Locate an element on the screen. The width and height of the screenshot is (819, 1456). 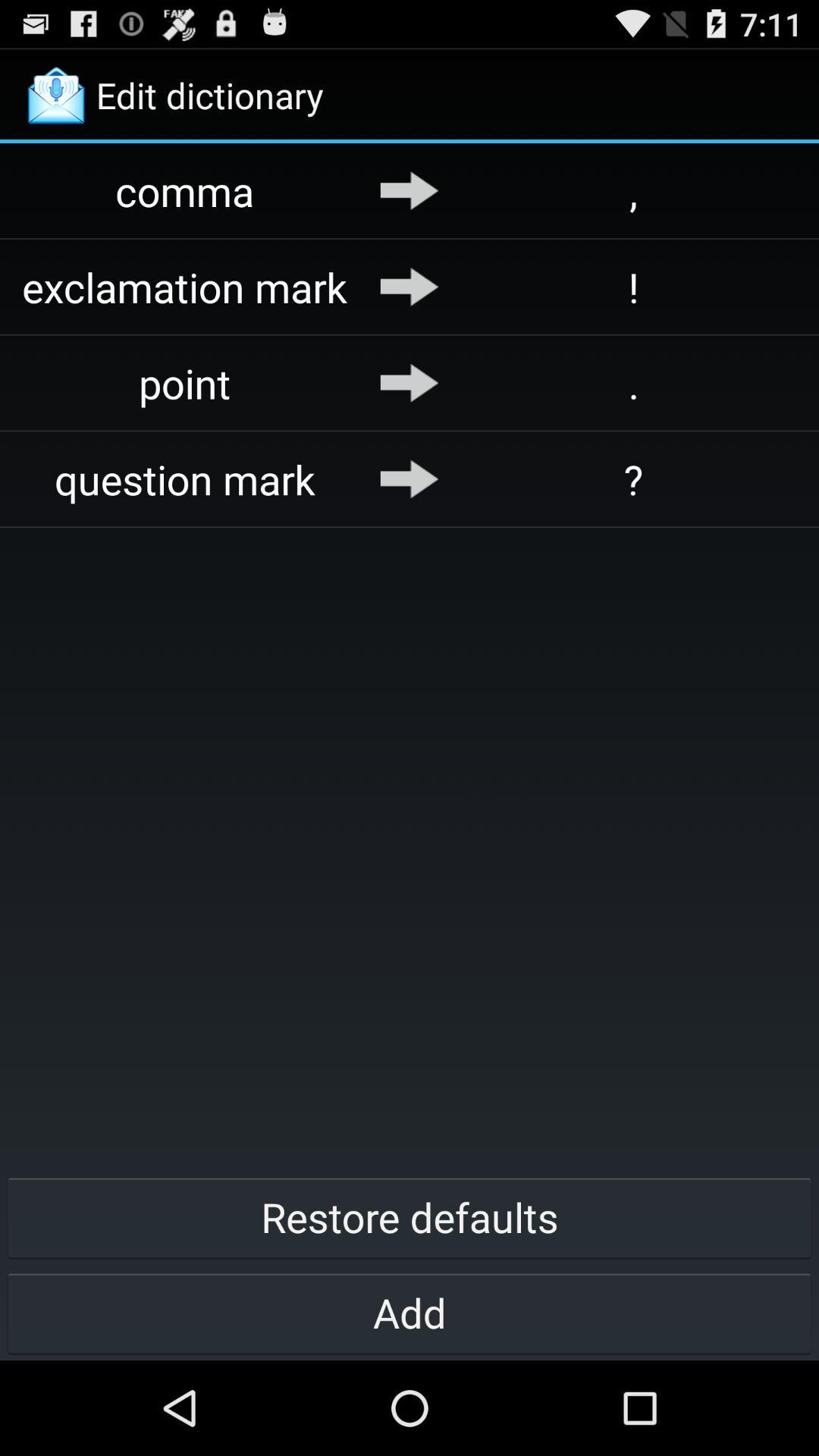
the item to the right of the comma is located at coordinates (409, 190).